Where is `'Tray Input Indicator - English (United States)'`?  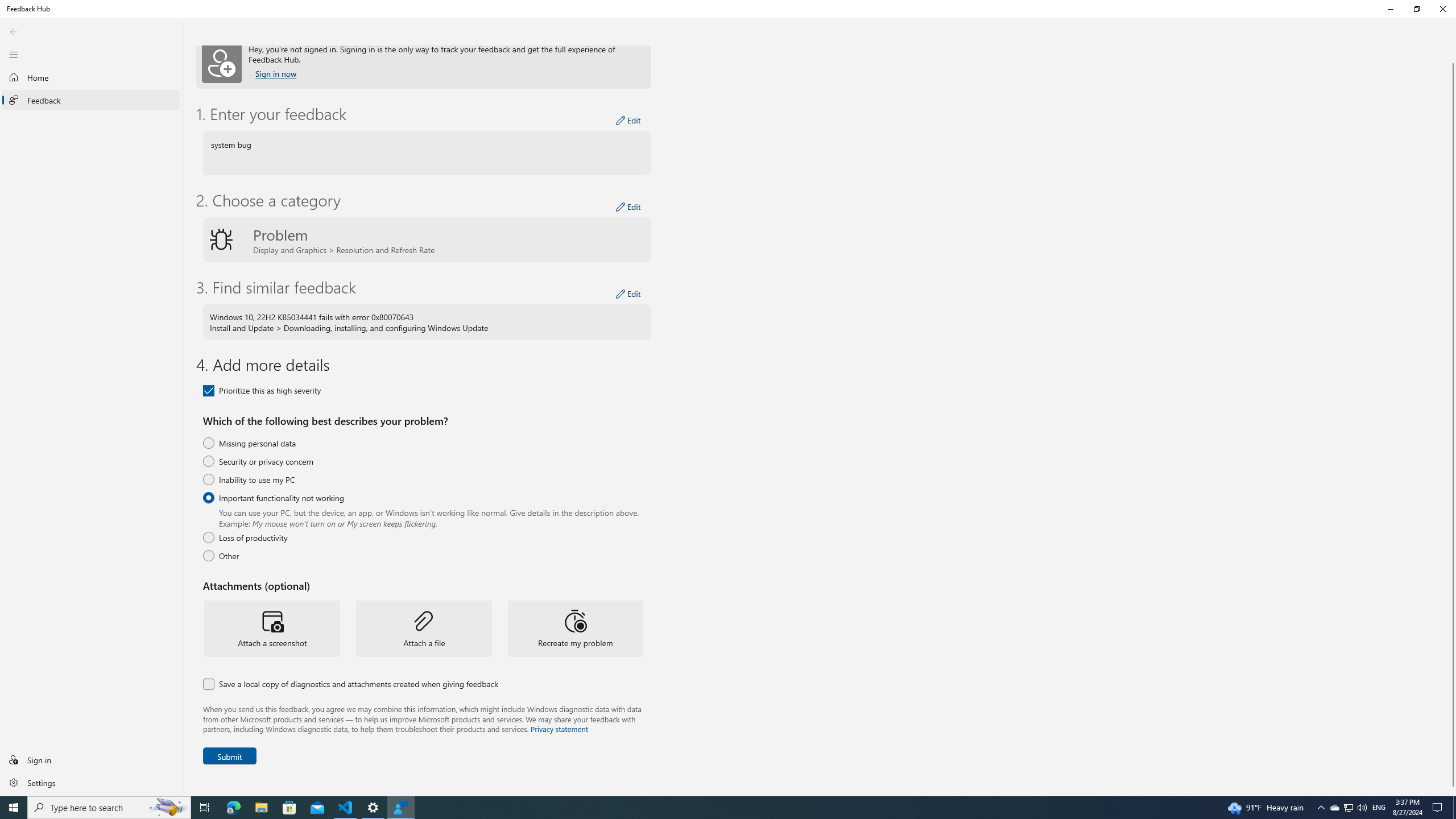
'Tray Input Indicator - English (United States)' is located at coordinates (1379, 806).